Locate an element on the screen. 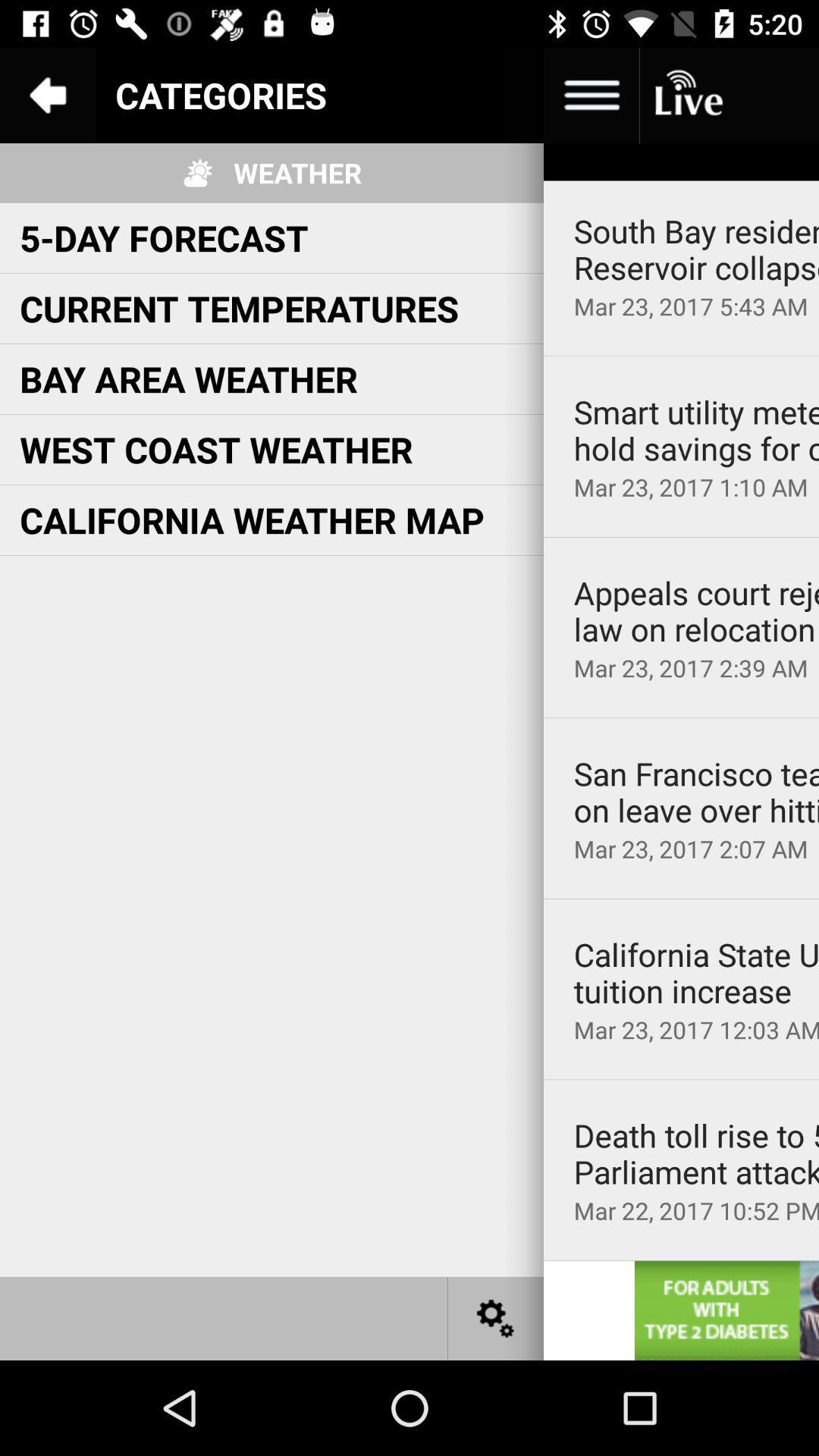  options is located at coordinates (590, 94).